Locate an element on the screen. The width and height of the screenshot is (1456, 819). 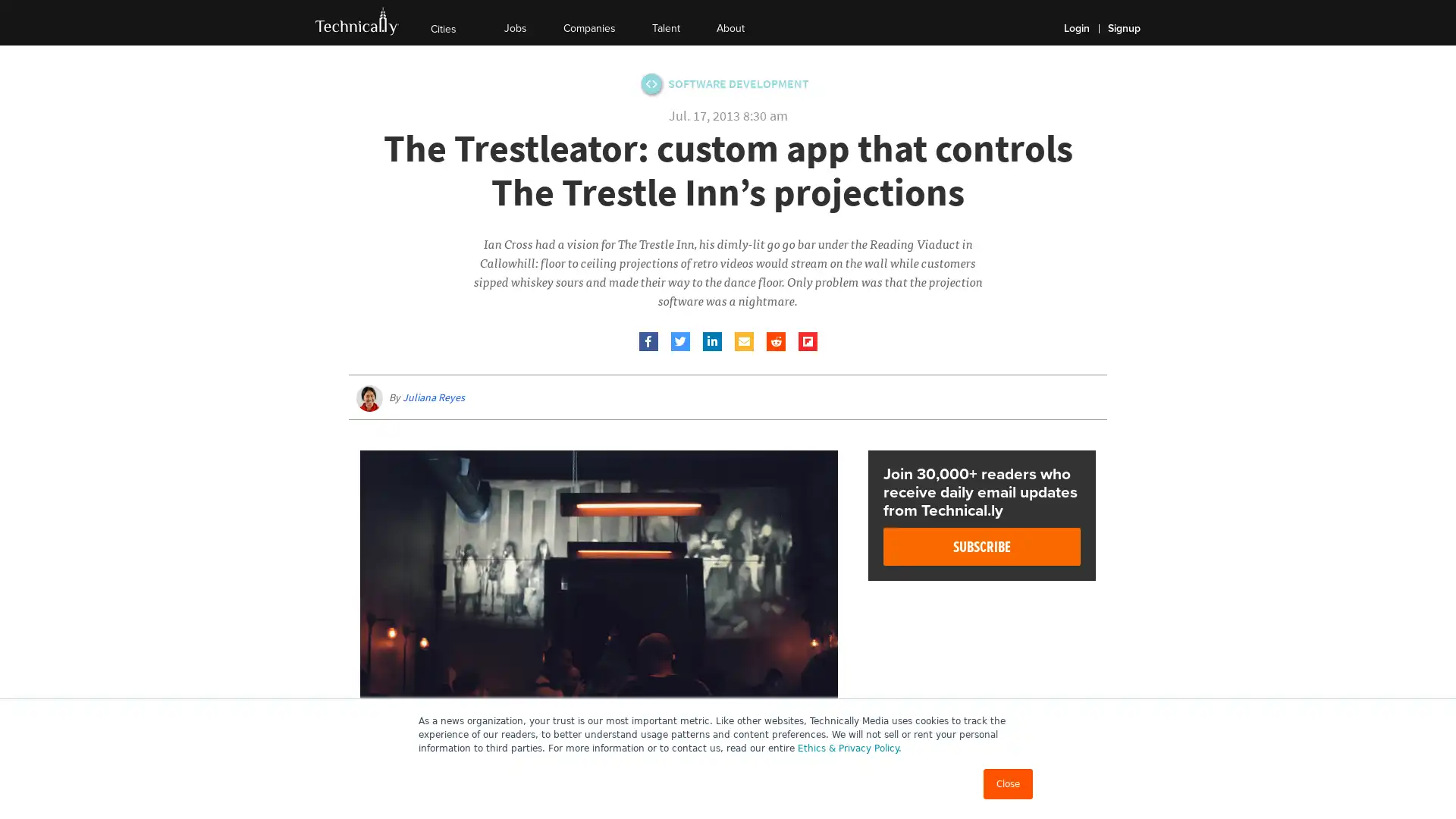
Subscribe is located at coordinates (982, 547).